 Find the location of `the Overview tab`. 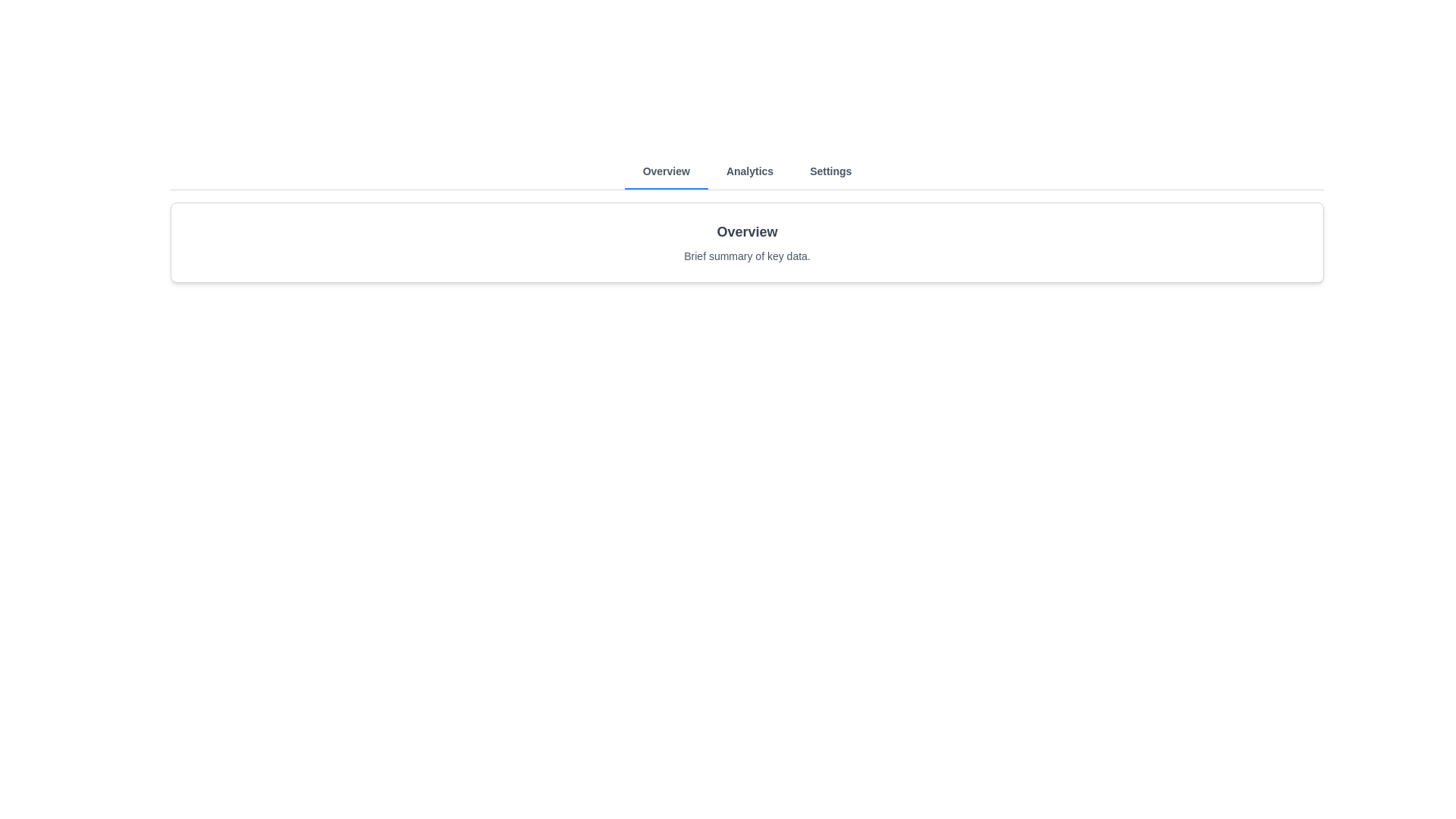

the Overview tab is located at coordinates (666, 171).